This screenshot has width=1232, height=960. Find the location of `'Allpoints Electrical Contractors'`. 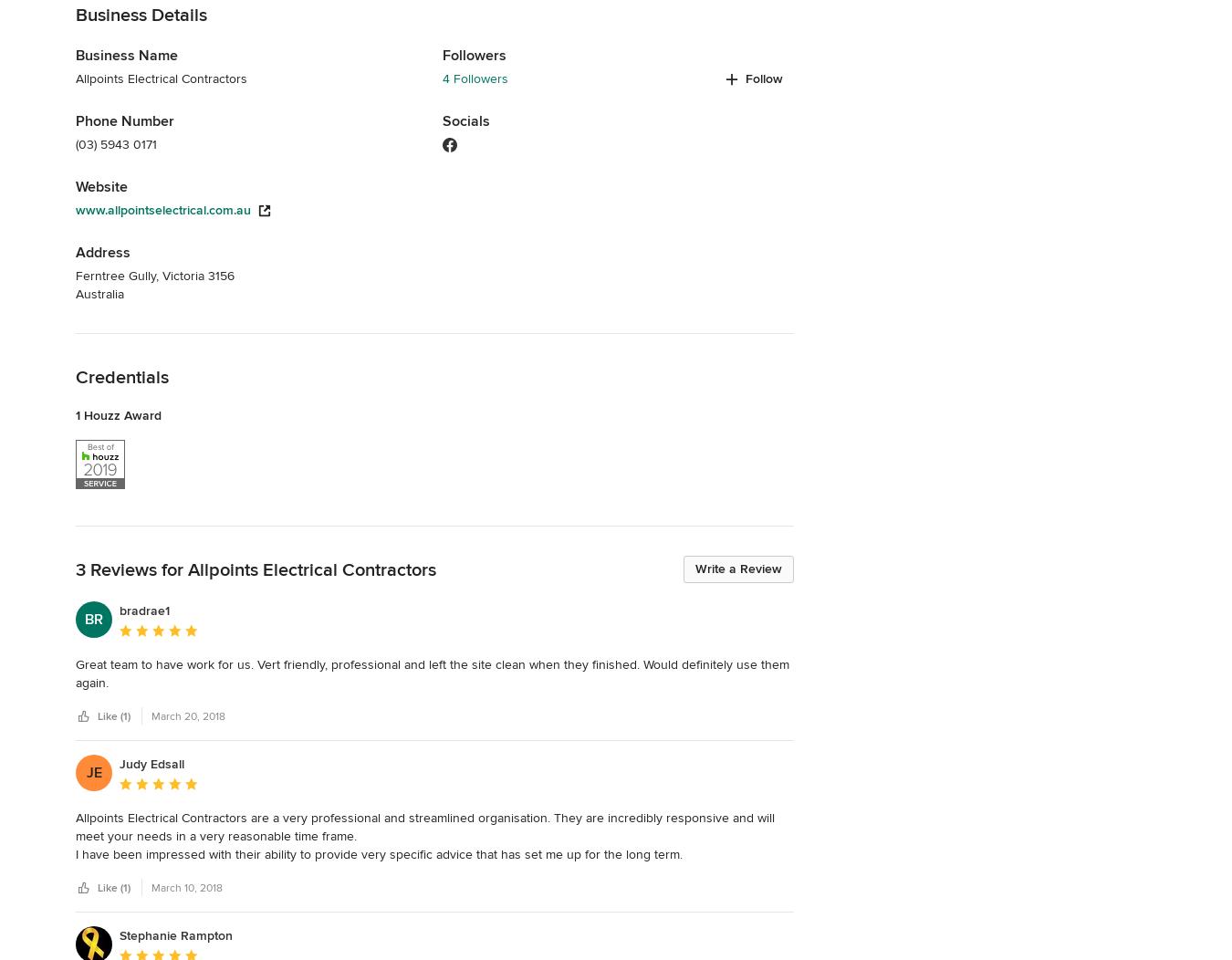

'Allpoints Electrical Contractors' is located at coordinates (161, 77).